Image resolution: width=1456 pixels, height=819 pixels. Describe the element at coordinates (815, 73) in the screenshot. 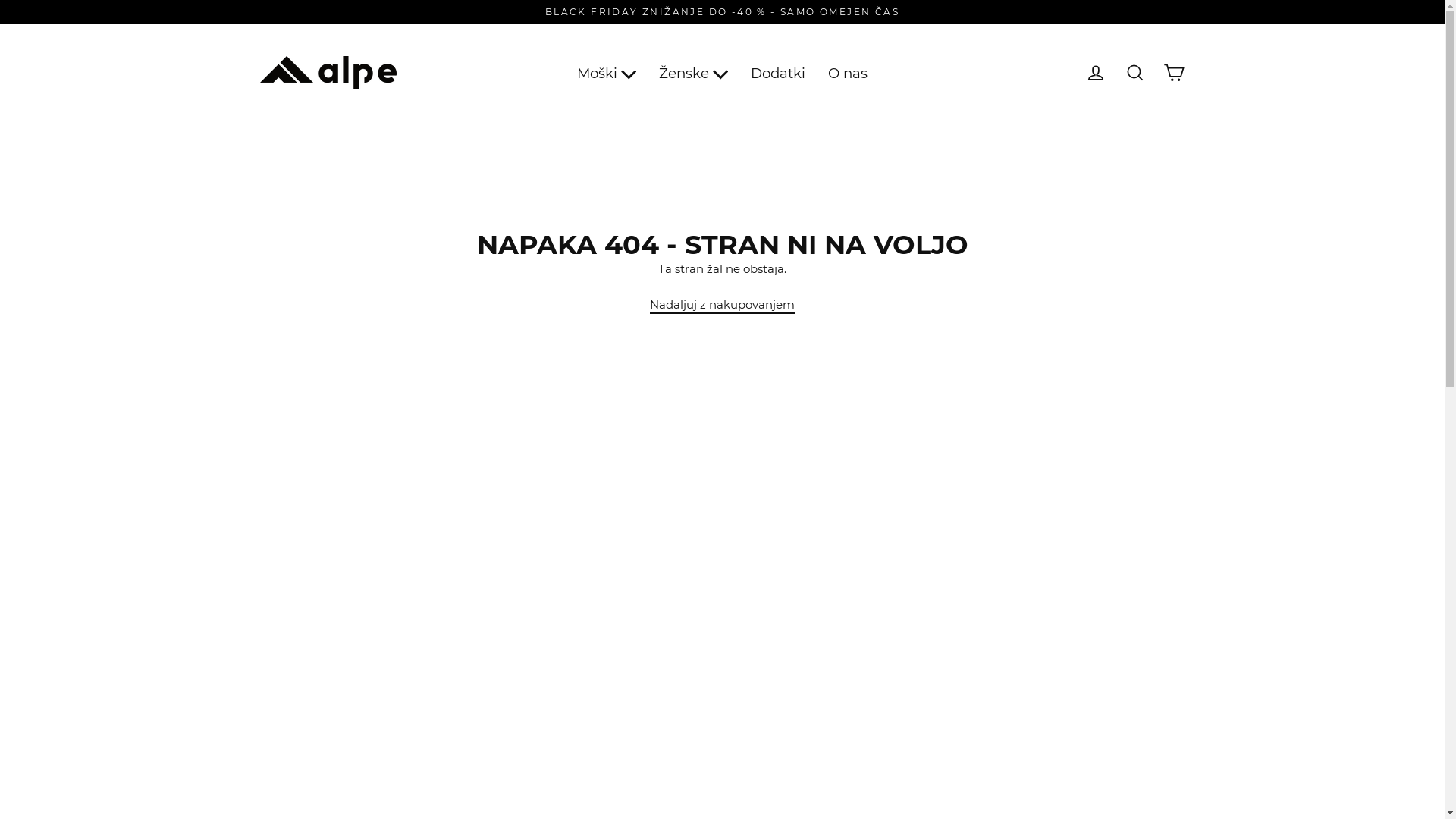

I see `'O nas'` at that location.